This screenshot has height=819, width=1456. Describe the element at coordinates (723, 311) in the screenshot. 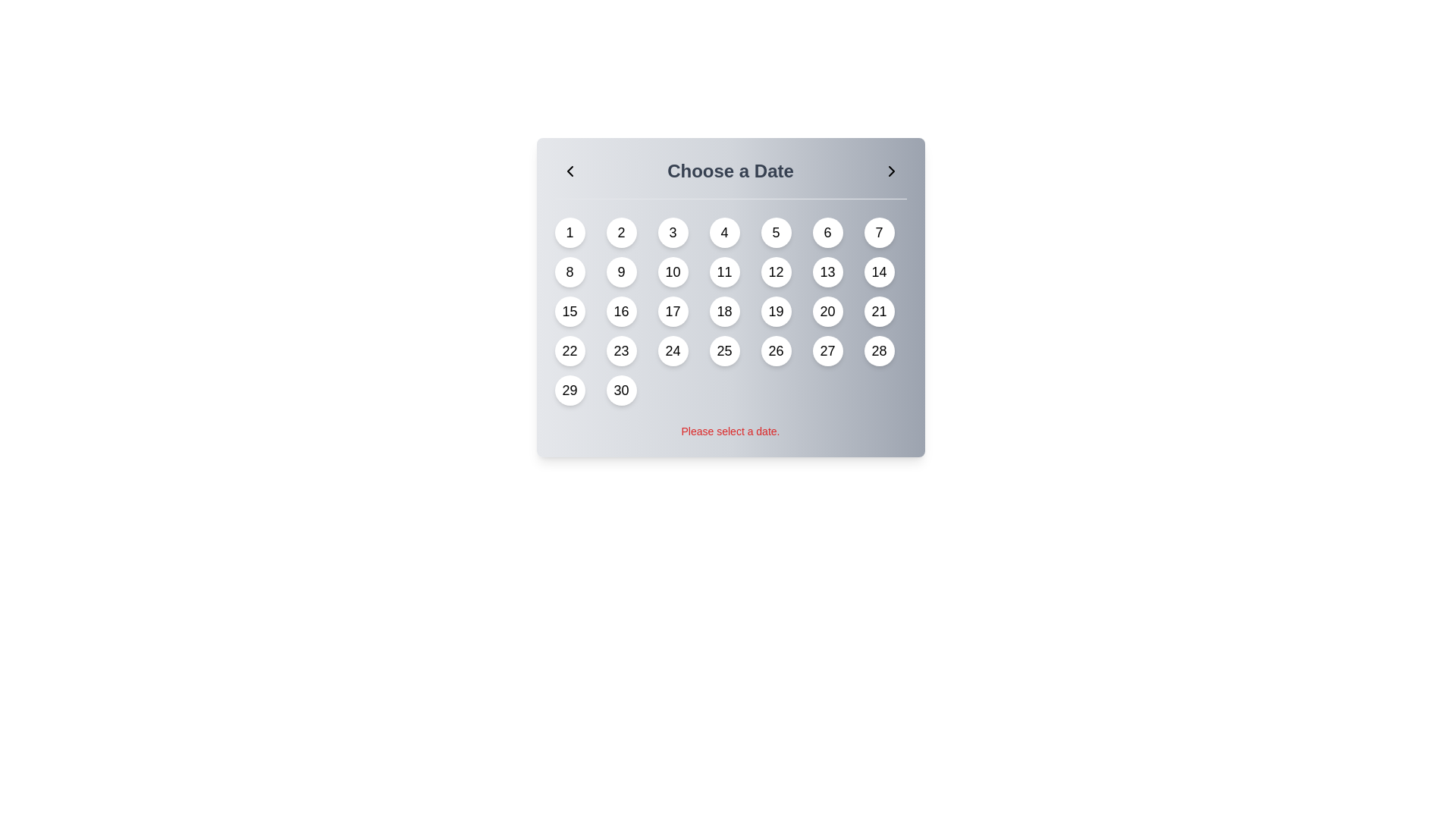

I see `the date selection button for '18' located in the fourth row and fourth column of the date grid to observe hover effects` at that location.